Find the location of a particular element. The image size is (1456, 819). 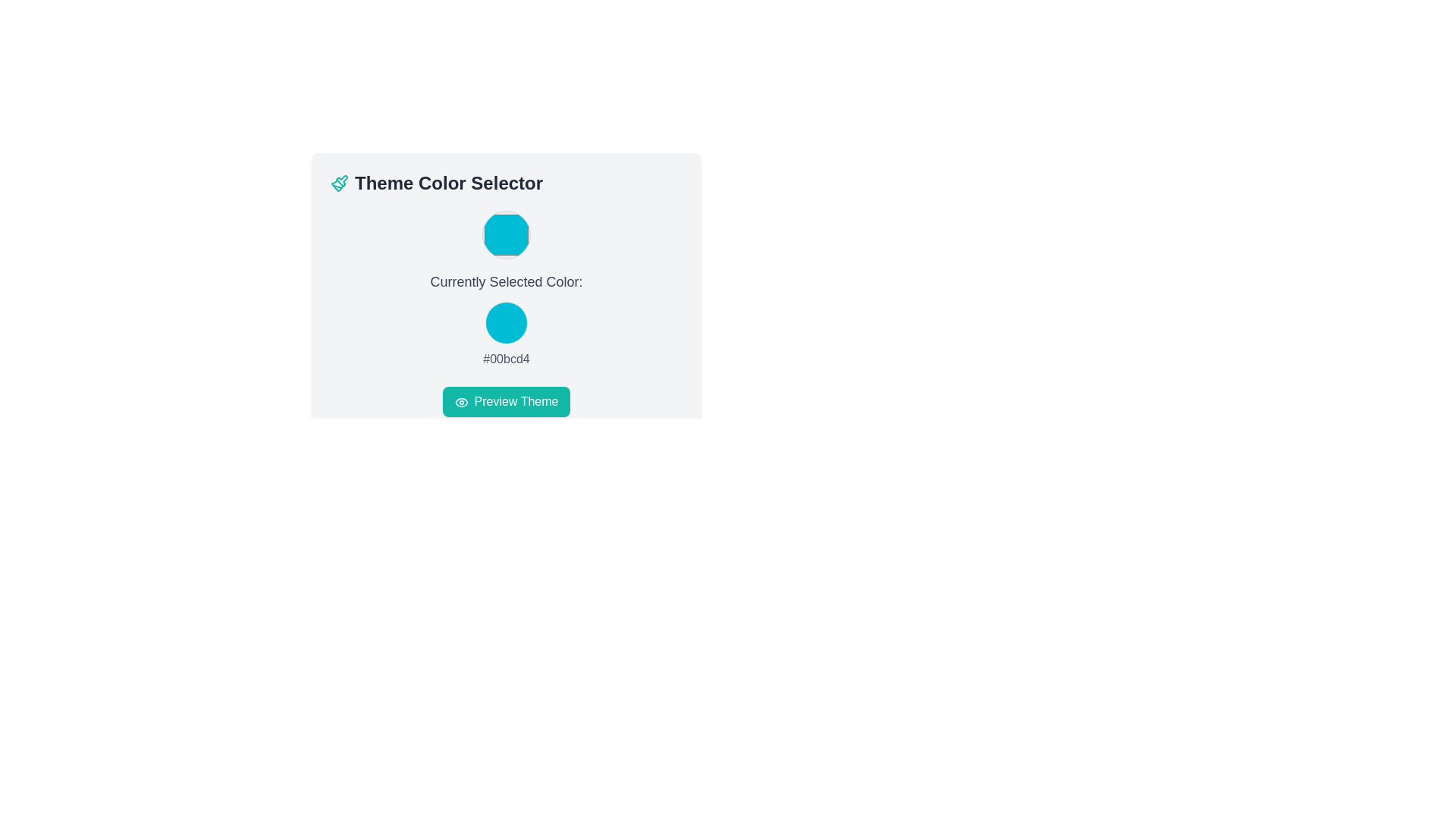

the teal 'Preview Theme' button located at the bottom of the 'Theme Color Selector' area is located at coordinates (506, 400).